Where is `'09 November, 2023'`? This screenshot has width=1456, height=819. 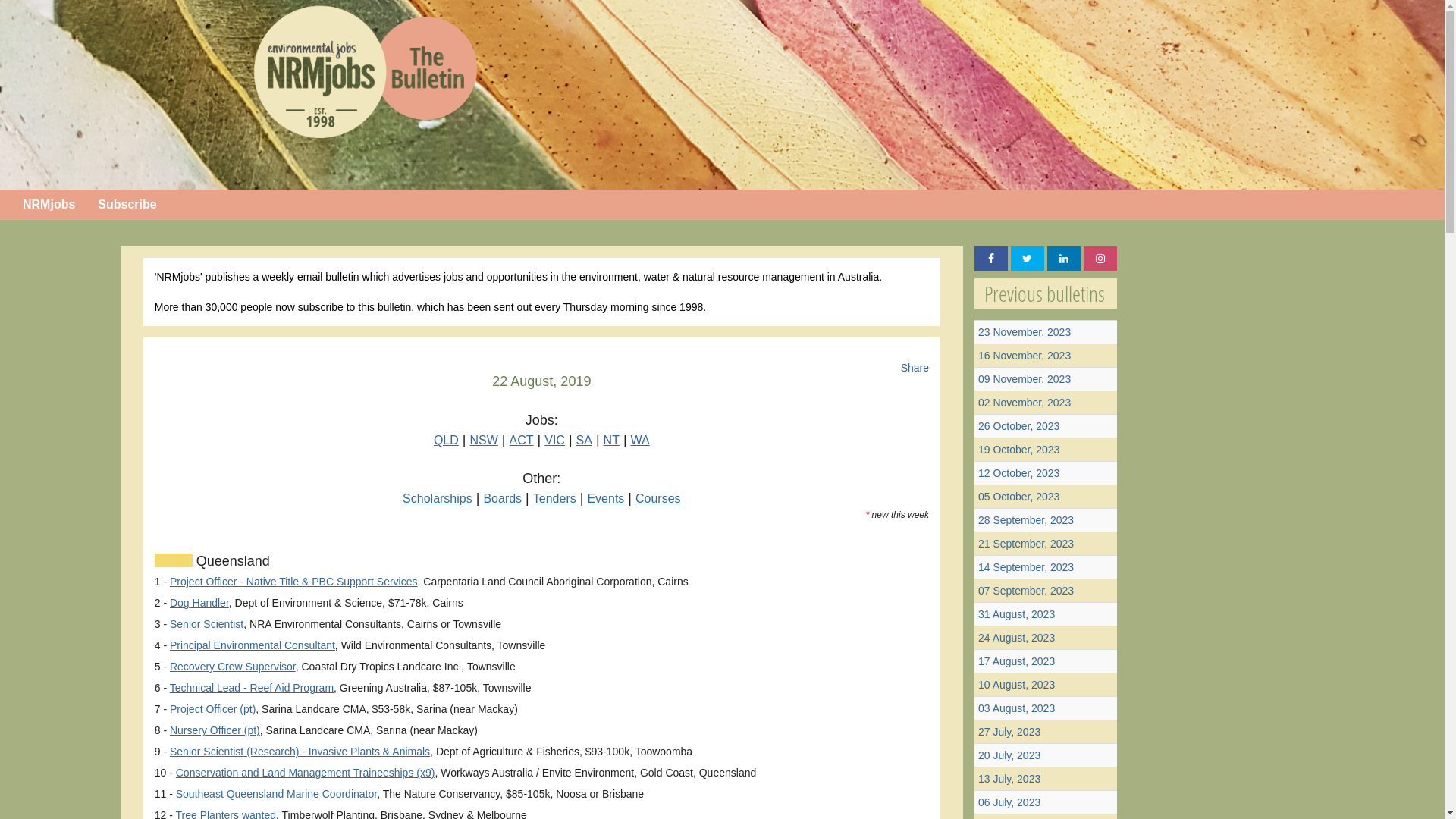 '09 November, 2023' is located at coordinates (1024, 378).